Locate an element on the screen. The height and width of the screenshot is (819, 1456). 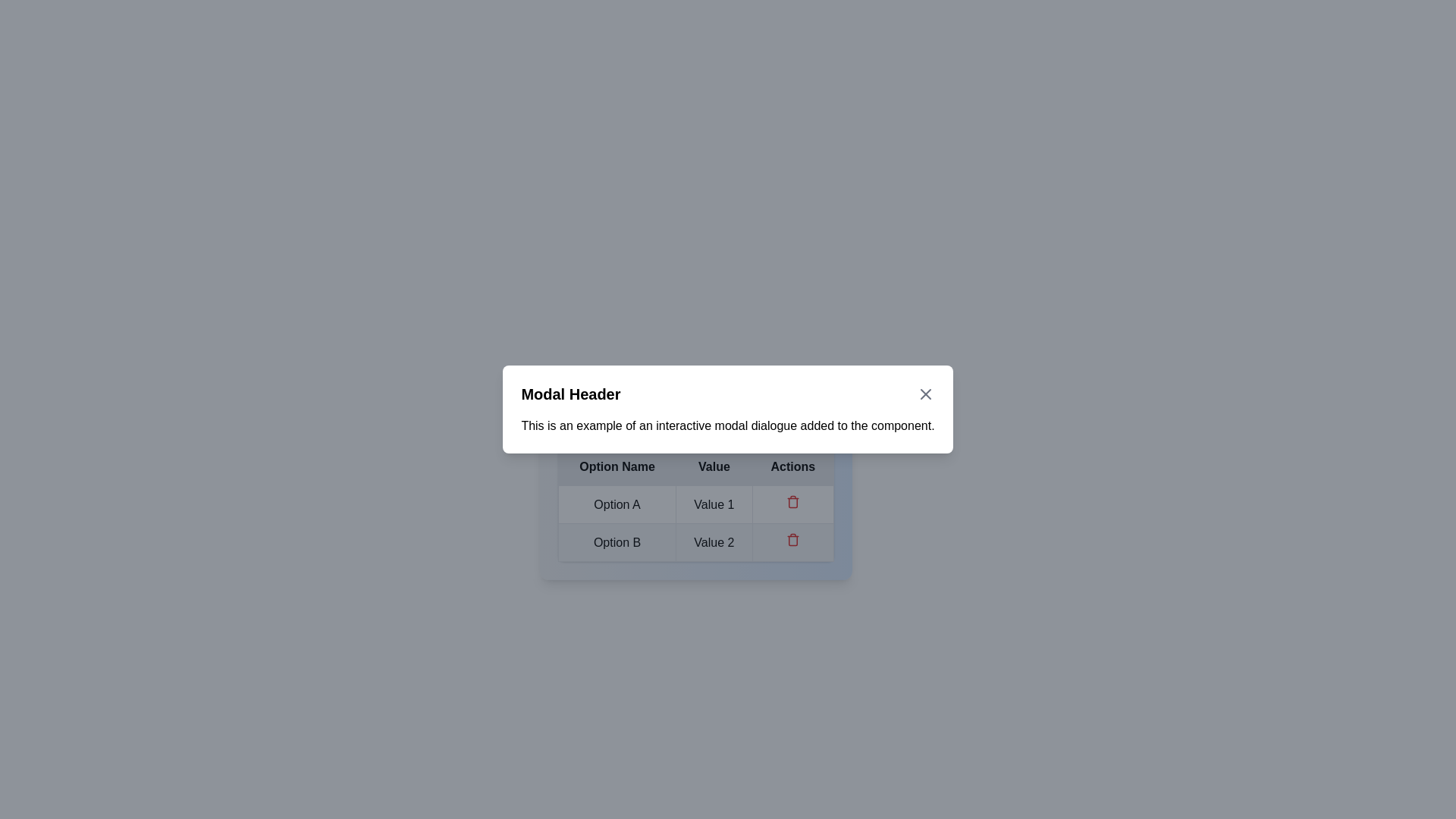
the 'Actions' table header cell, which is the third column in a row of a table inside a modal dialog box, distinguished by its bold text on a dark gray background is located at coordinates (792, 466).